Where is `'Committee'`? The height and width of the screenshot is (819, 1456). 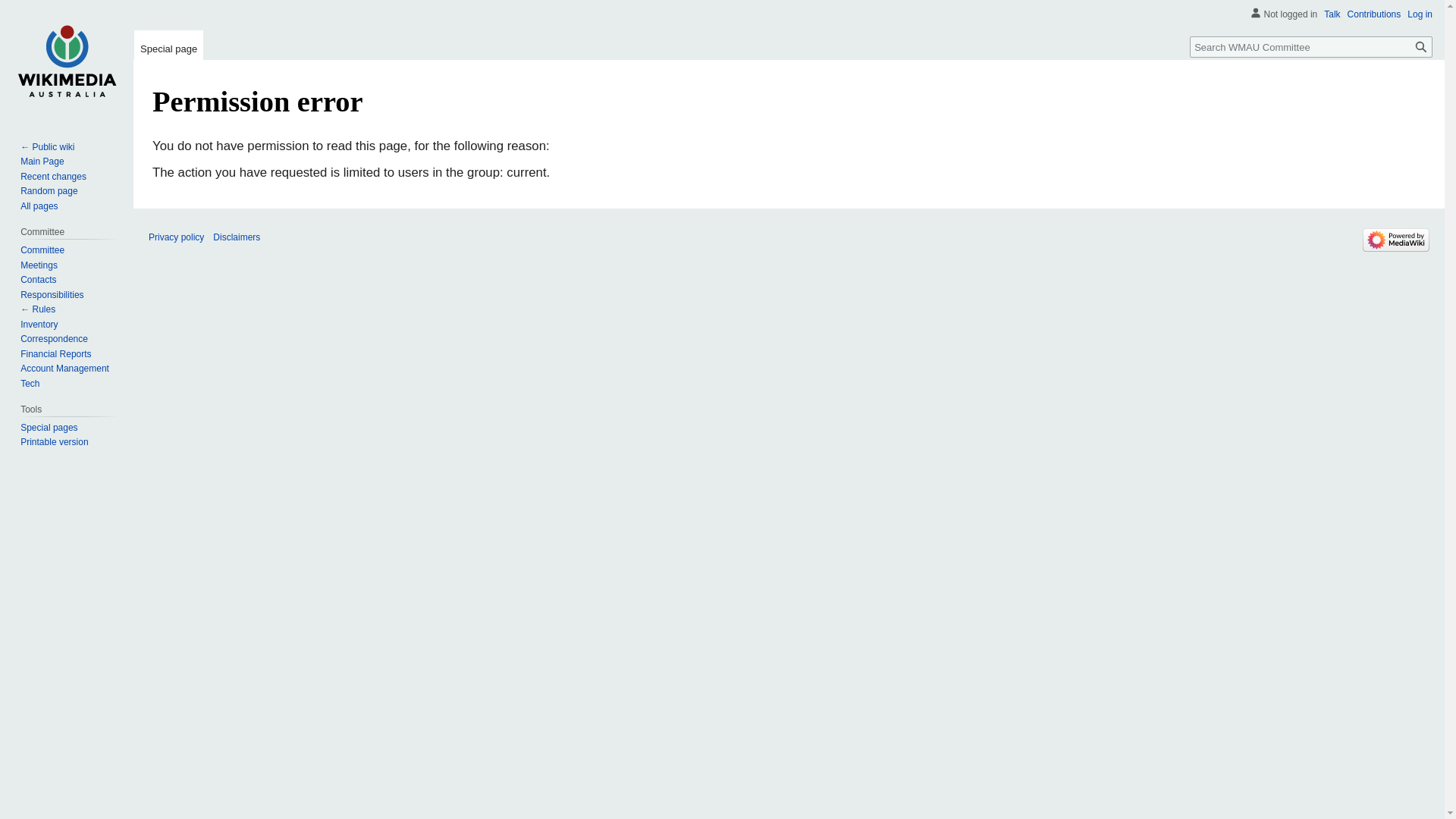 'Committee' is located at coordinates (42, 249).